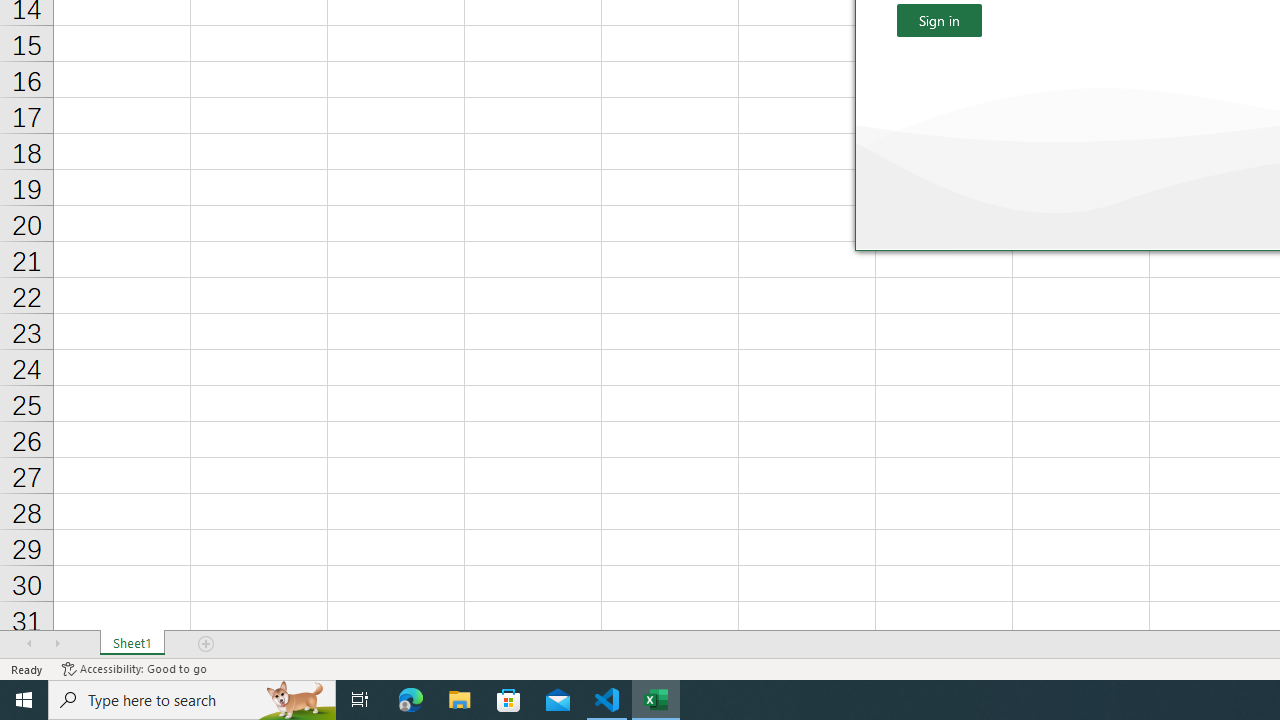 This screenshot has height=720, width=1280. I want to click on 'Scroll Left', so click(29, 644).